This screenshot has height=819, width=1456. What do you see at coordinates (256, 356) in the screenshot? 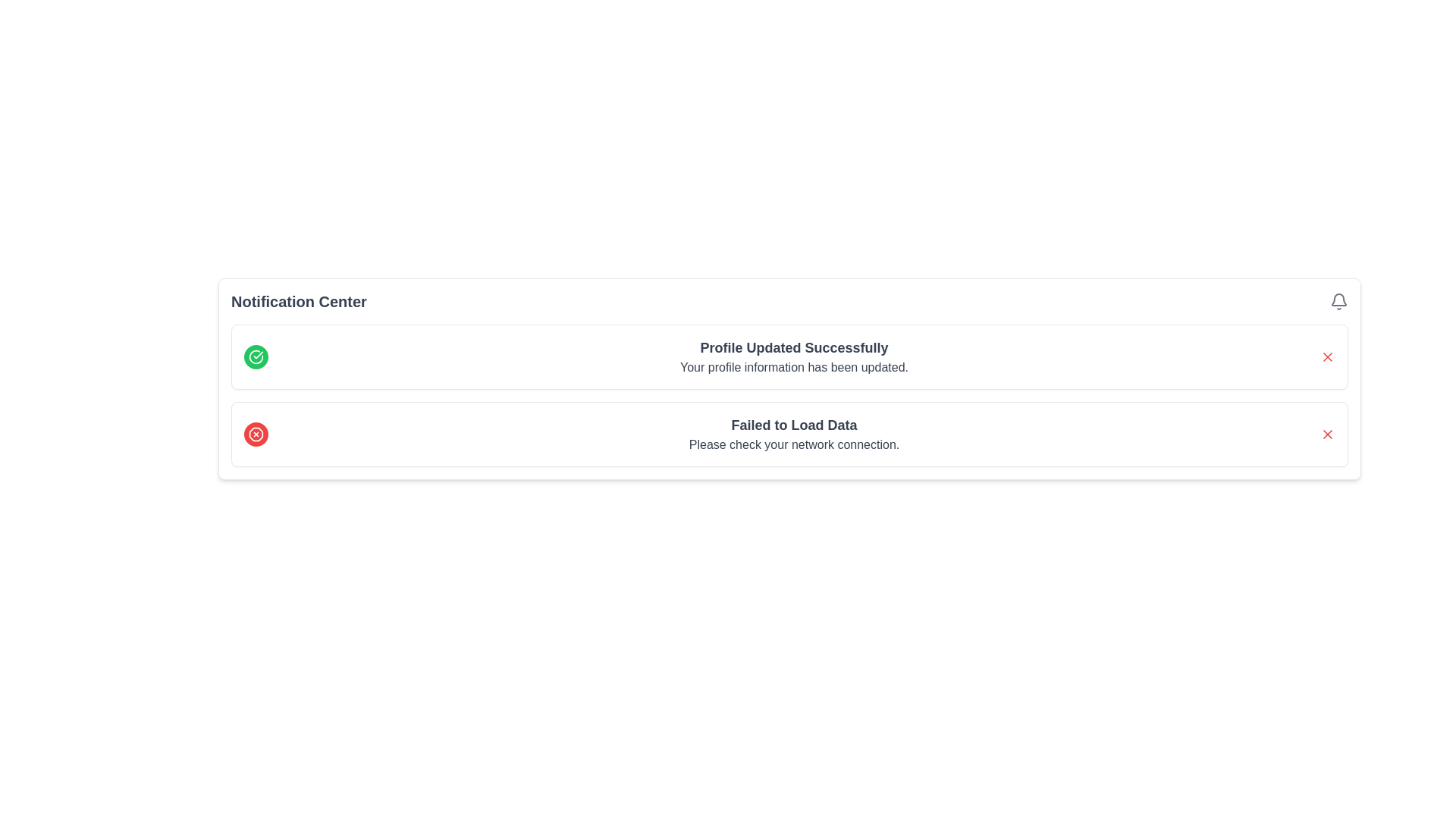
I see `the Status indicator icon that visually indicates the success status of the notification titled 'Profile Updated Successfully' in the notification center` at bounding box center [256, 356].